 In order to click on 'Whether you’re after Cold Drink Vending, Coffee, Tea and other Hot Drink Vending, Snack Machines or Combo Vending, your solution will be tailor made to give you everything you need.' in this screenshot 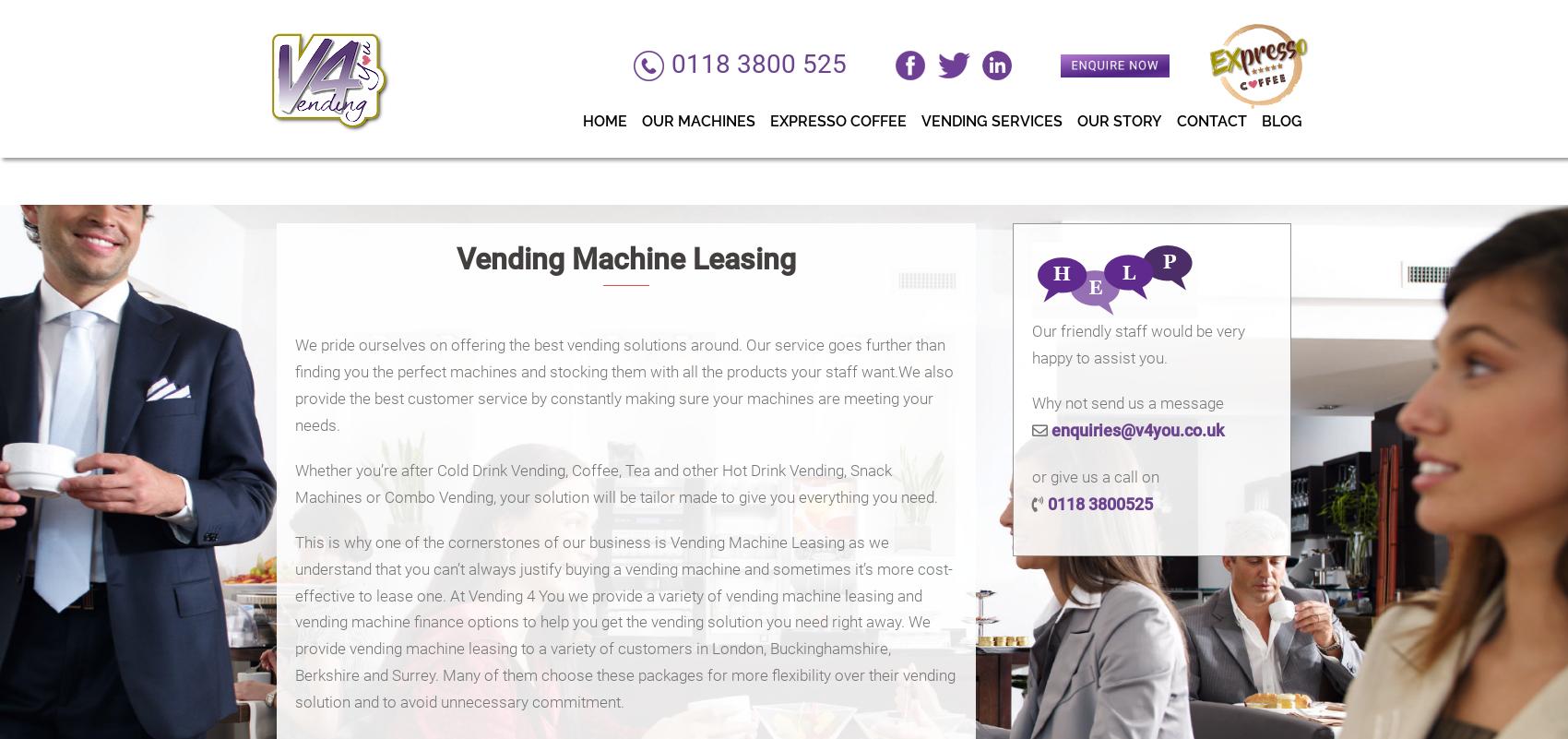, I will do `click(616, 483)`.